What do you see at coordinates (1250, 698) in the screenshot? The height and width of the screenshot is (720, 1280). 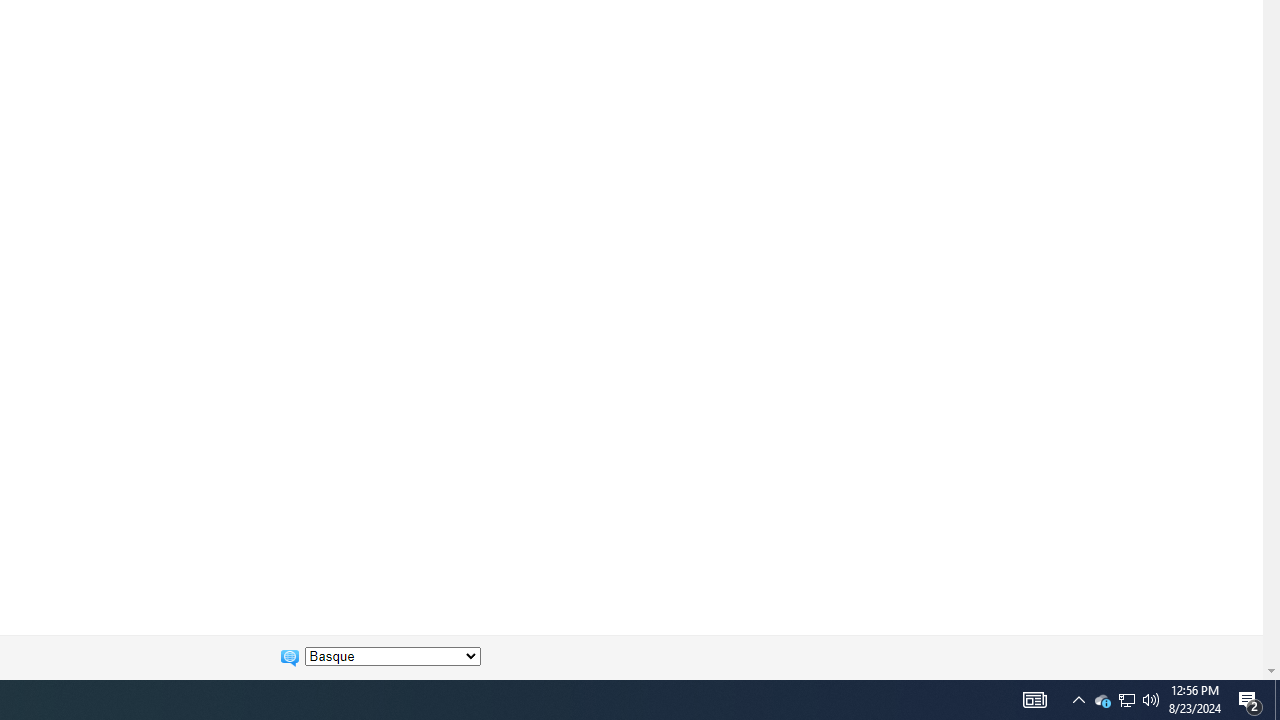 I see `'Show desktop'` at bounding box center [1250, 698].